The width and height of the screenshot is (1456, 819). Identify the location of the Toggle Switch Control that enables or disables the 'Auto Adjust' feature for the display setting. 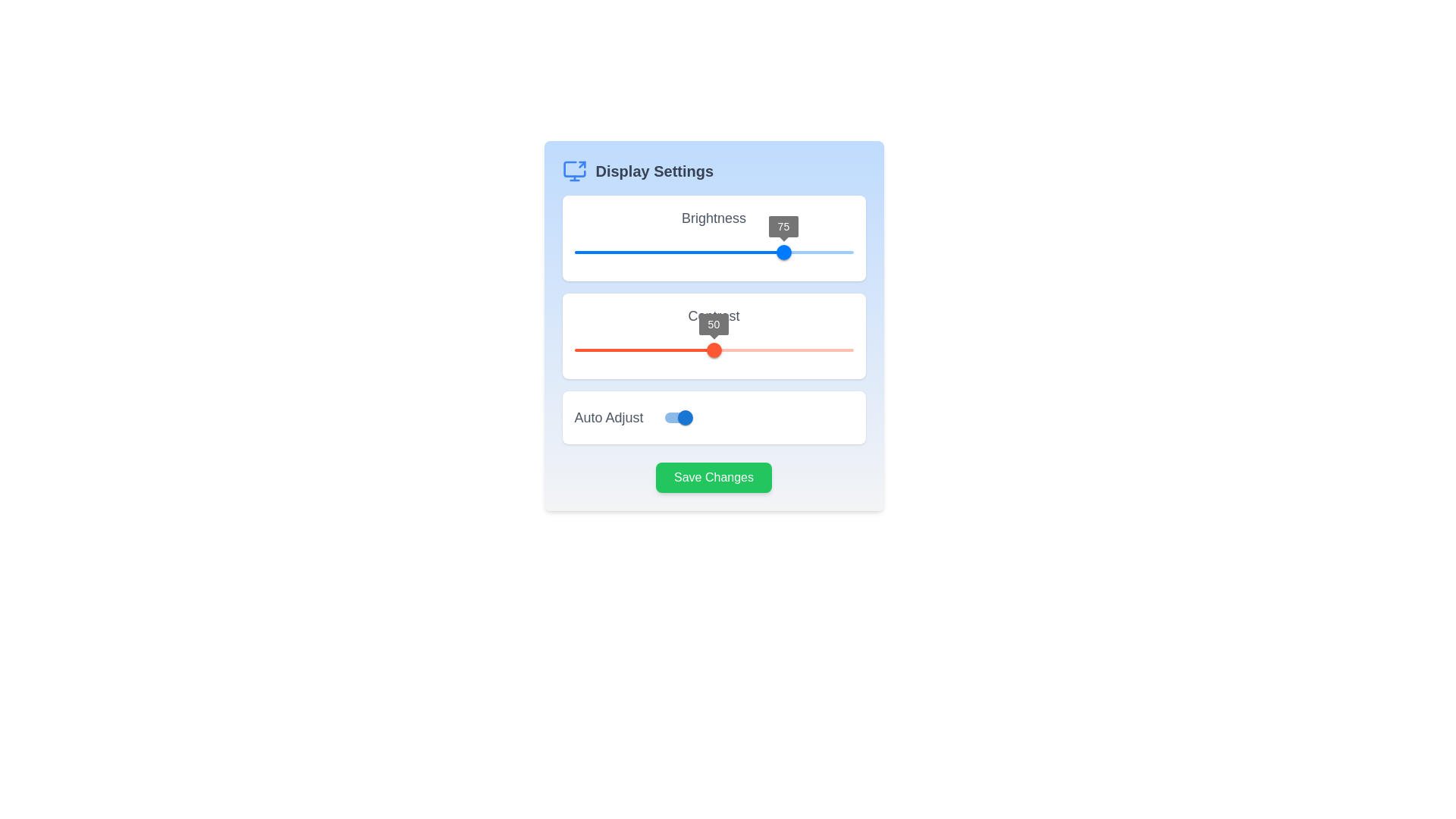
(713, 418).